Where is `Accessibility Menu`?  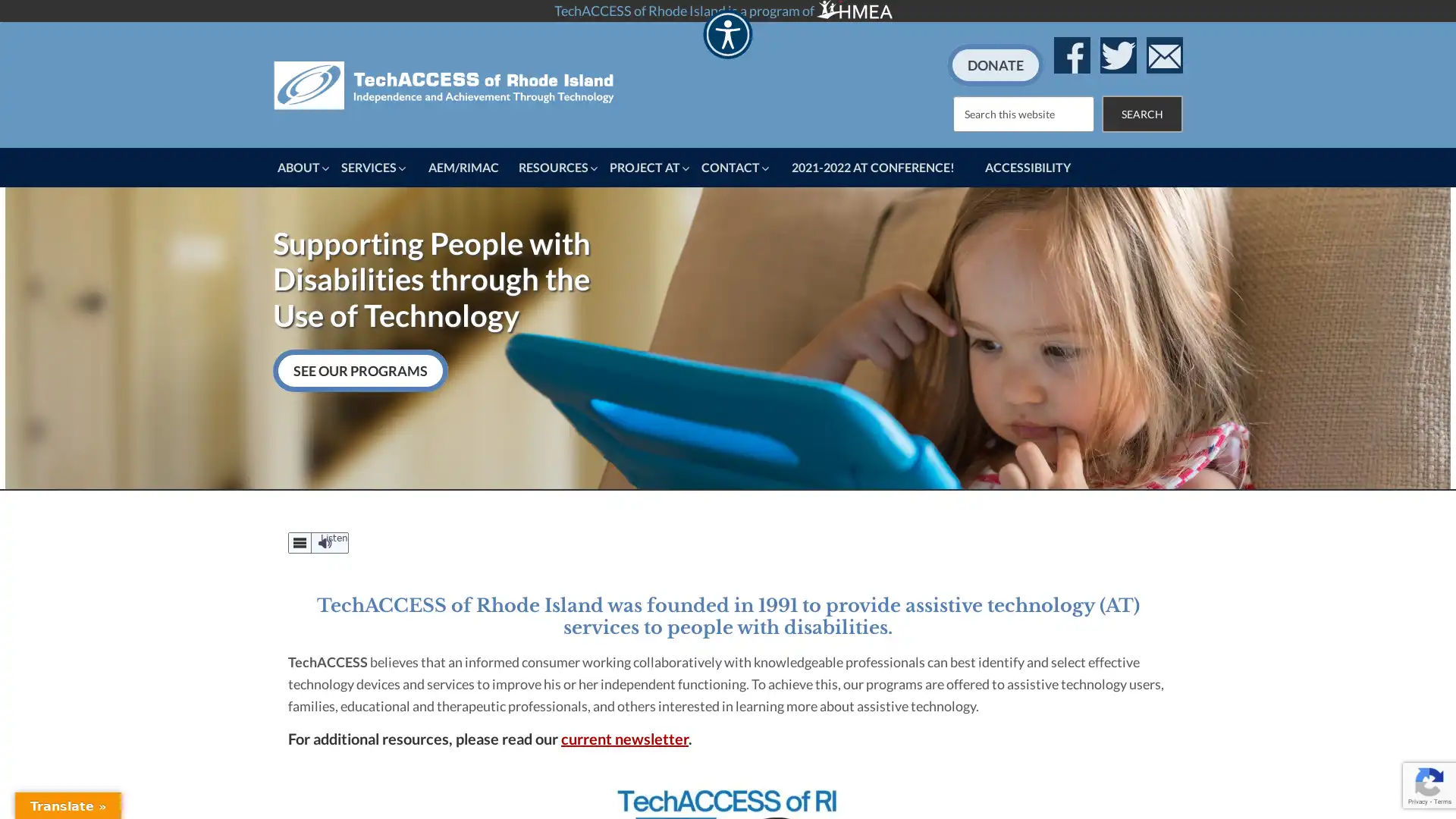 Accessibility Menu is located at coordinates (726, 34).